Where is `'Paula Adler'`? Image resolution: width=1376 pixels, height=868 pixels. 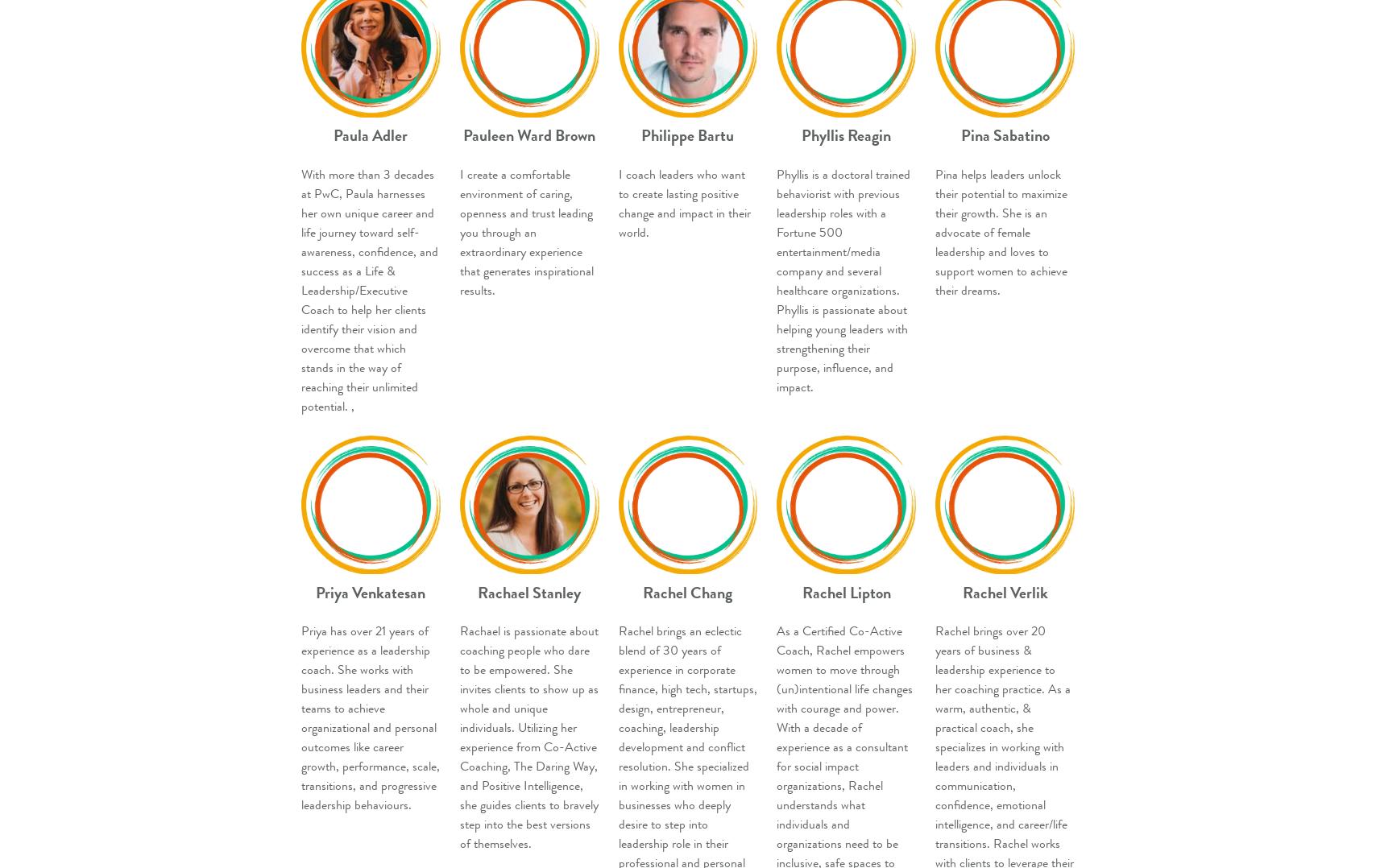
'Paula Adler' is located at coordinates (334, 134).